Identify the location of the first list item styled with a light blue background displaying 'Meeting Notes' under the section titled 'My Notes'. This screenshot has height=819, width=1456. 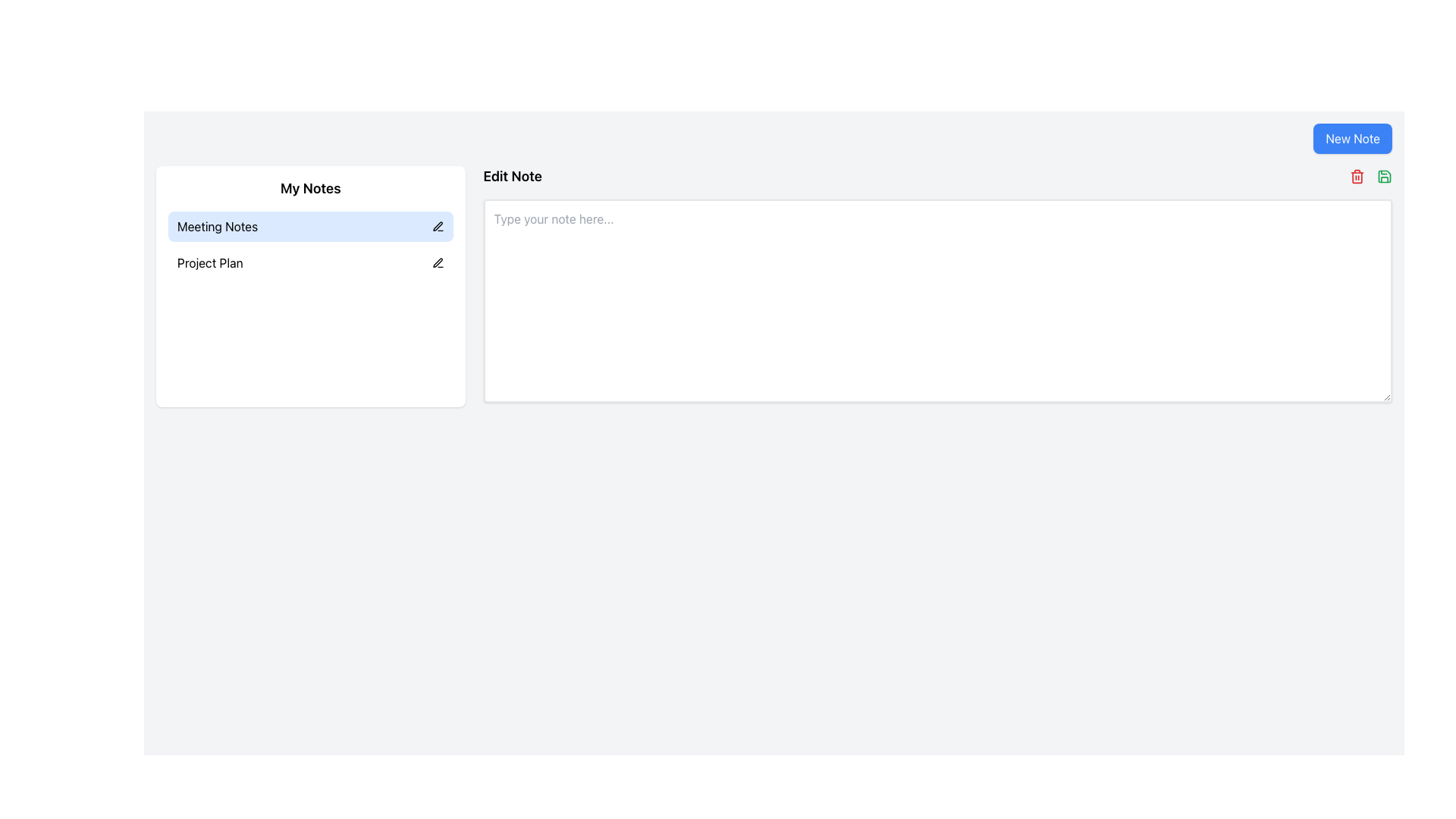
(309, 244).